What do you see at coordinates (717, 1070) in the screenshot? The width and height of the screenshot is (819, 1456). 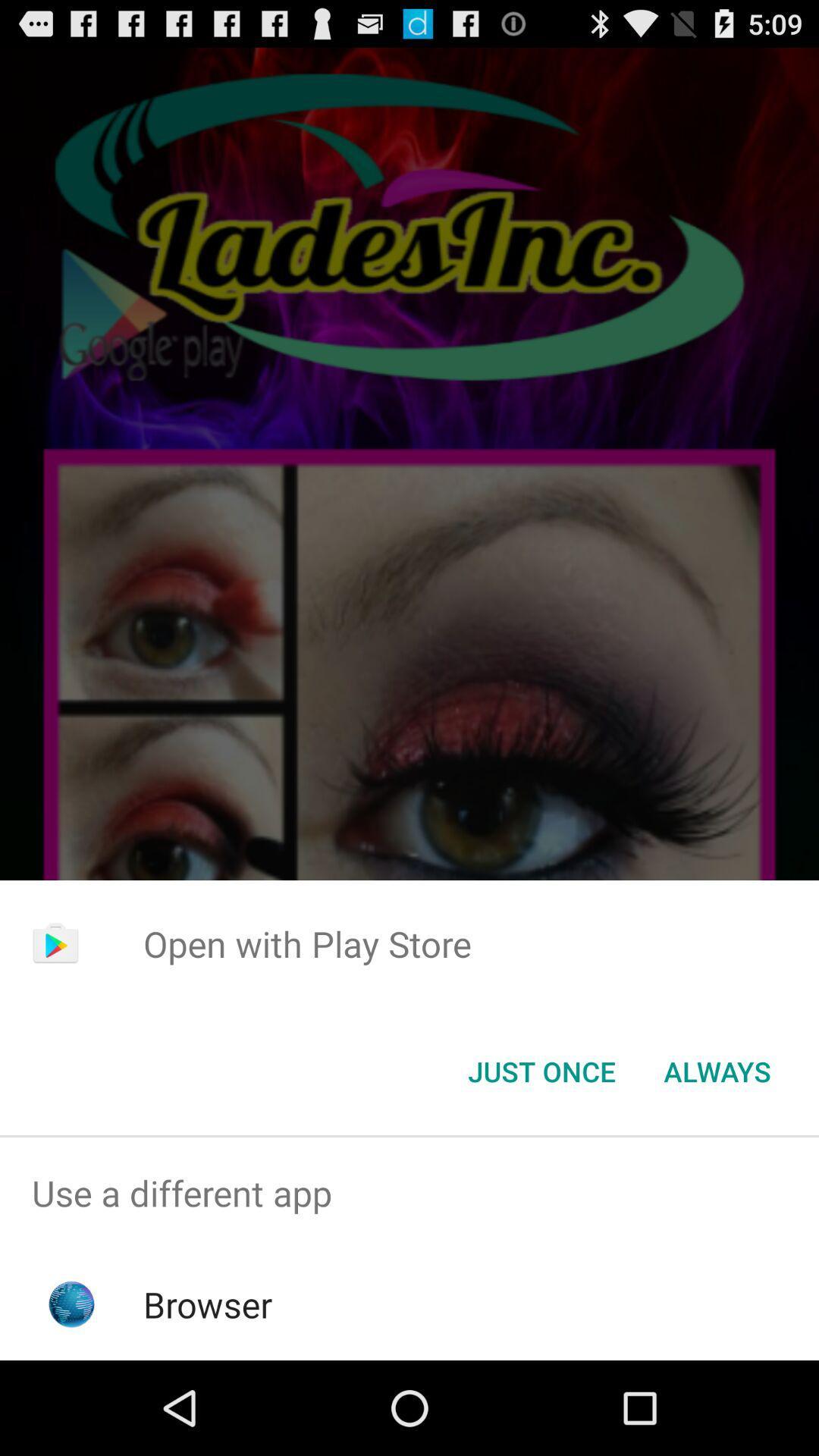 I see `item to the right of just once icon` at bounding box center [717, 1070].